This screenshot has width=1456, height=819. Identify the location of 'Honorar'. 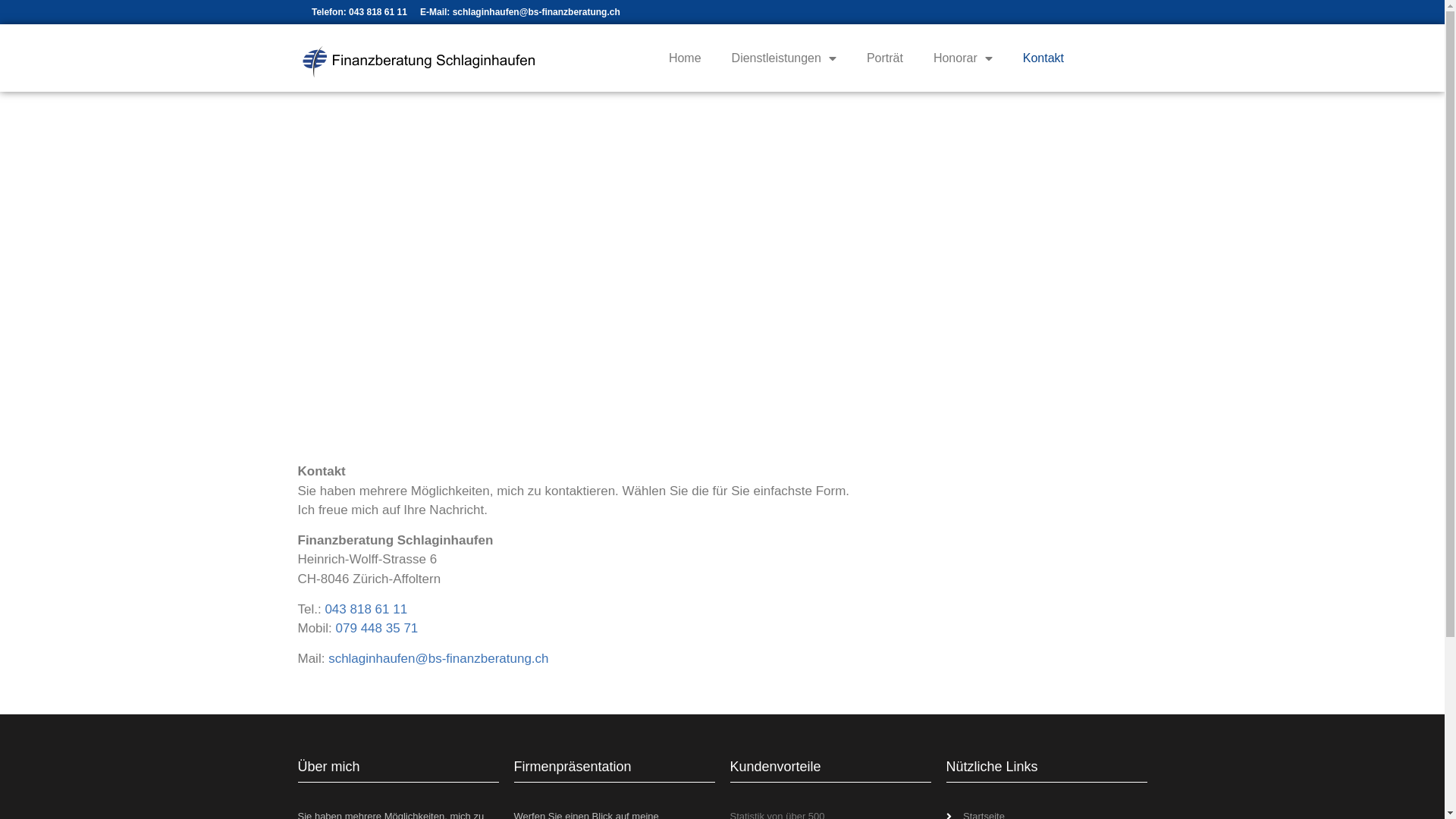
(962, 58).